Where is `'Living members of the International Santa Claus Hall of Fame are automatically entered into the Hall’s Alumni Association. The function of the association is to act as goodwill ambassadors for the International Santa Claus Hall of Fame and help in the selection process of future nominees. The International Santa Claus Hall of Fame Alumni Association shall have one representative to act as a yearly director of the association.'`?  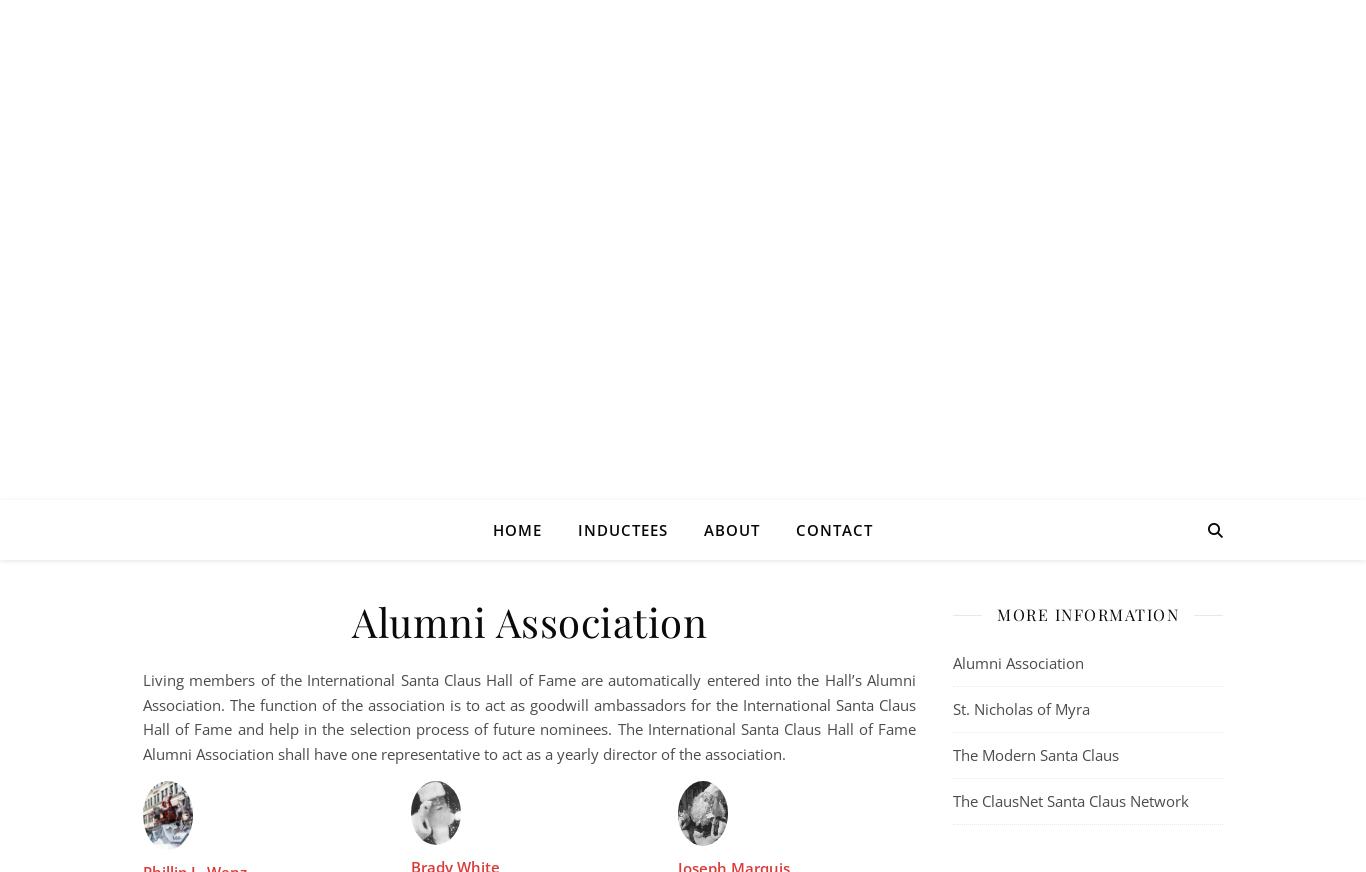
'Living members of the International Santa Claus Hall of Fame are automatically entered into the Hall’s Alumni Association. The function of the association is to act as goodwill ambassadors for the International Santa Claus Hall of Fame and help in the selection process of future nominees. The International Santa Claus Hall of Fame Alumni Association shall have one representative to act as a yearly director of the association.' is located at coordinates (529, 715).